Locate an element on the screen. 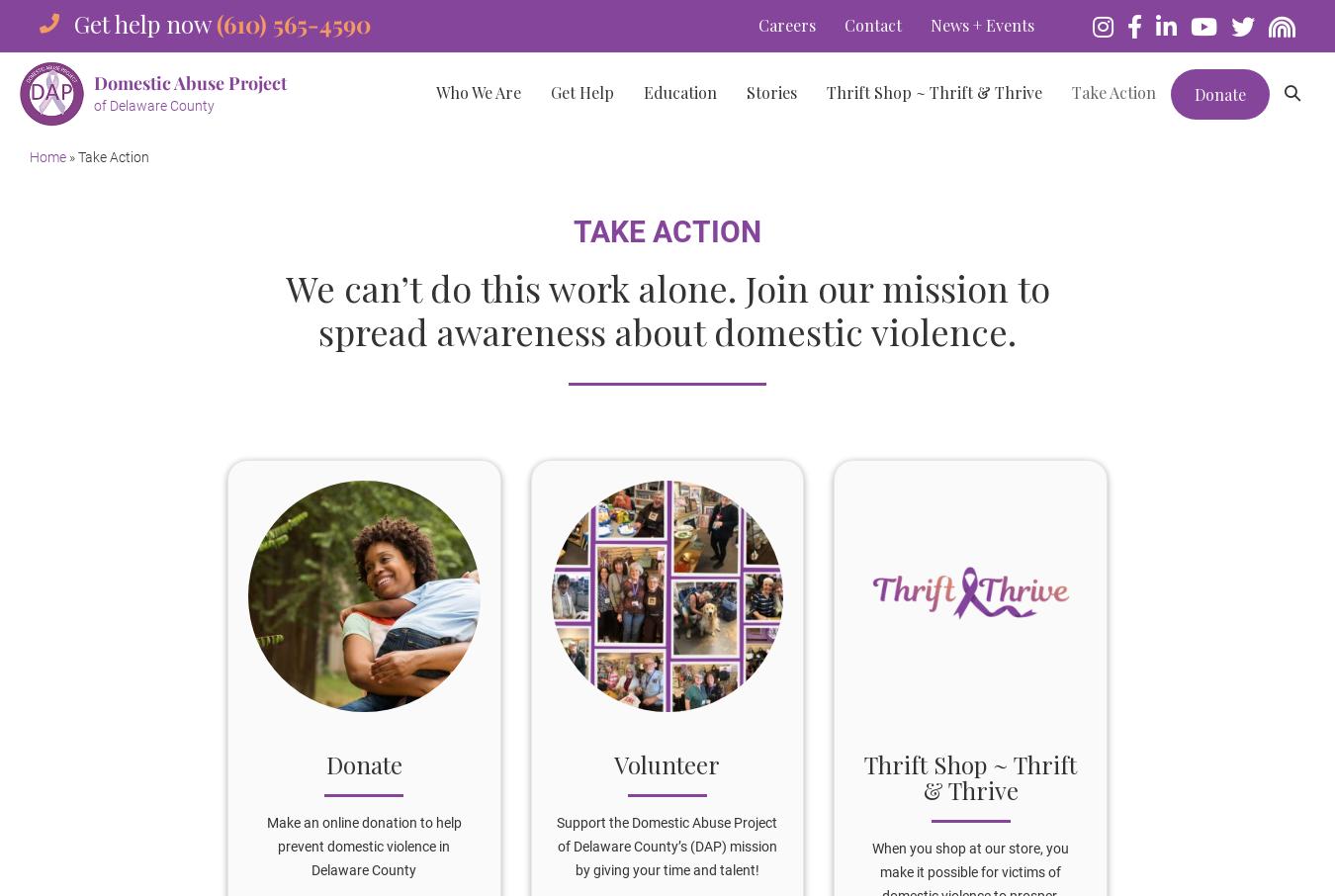 The width and height of the screenshot is (1335, 896). 'Stories' is located at coordinates (769, 90).